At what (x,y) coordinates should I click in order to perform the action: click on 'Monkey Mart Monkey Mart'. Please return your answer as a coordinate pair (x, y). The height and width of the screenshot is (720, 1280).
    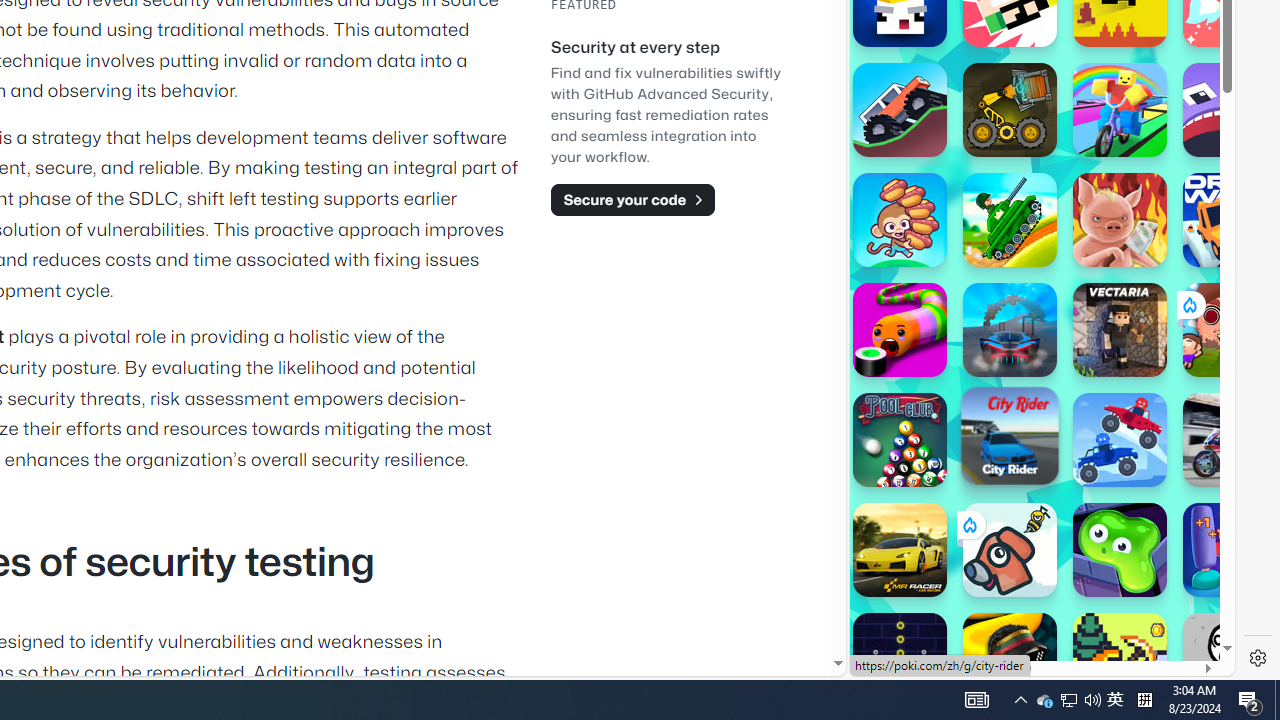
    Looking at the image, I should click on (898, 219).